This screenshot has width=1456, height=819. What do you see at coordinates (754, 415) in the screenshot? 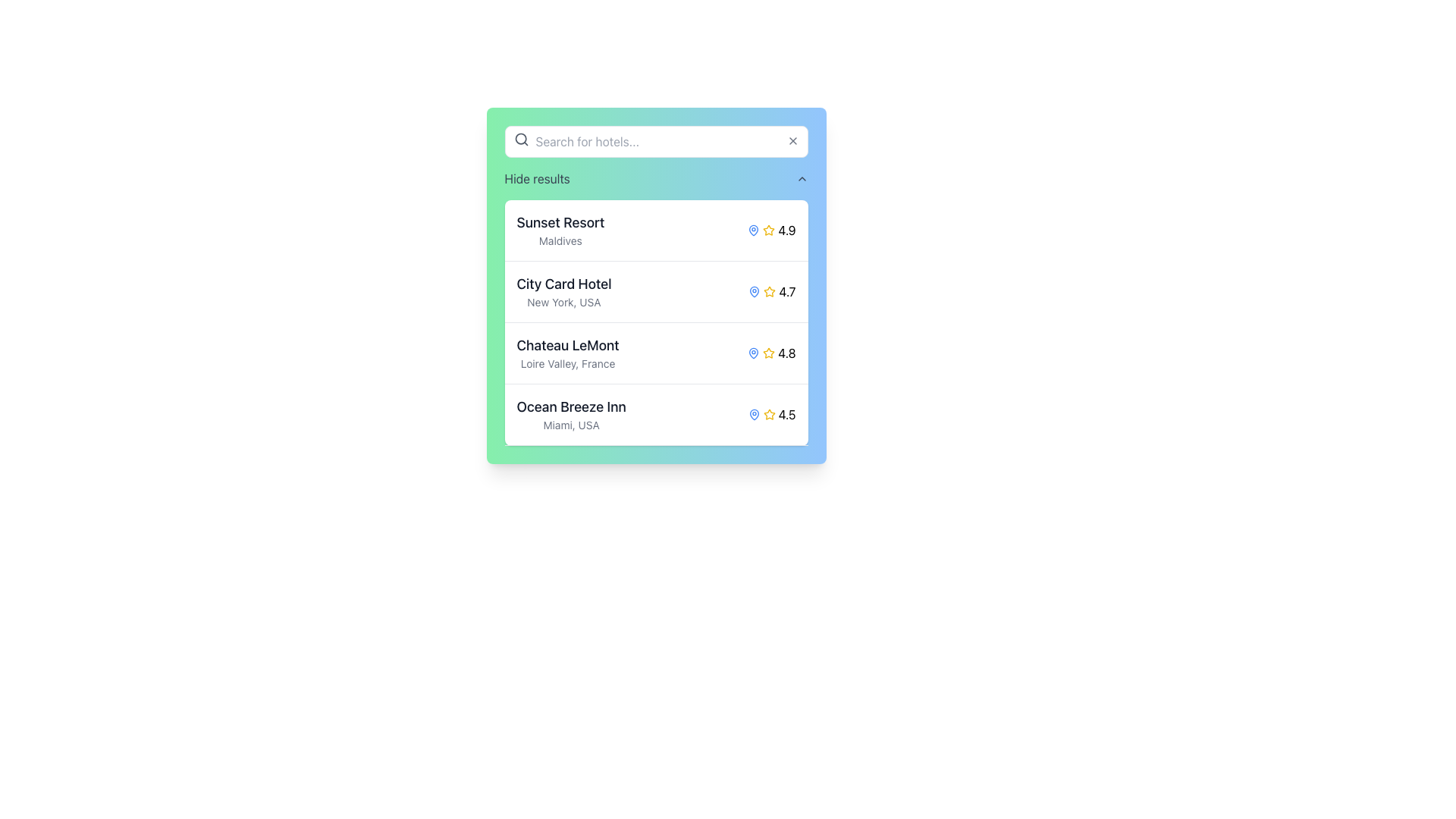
I see `the map pin icon that signifies the geographical location of the 'Ocean Breeze Inn', which is positioned to the left of the star rating icon and the text '4.5'` at bounding box center [754, 415].